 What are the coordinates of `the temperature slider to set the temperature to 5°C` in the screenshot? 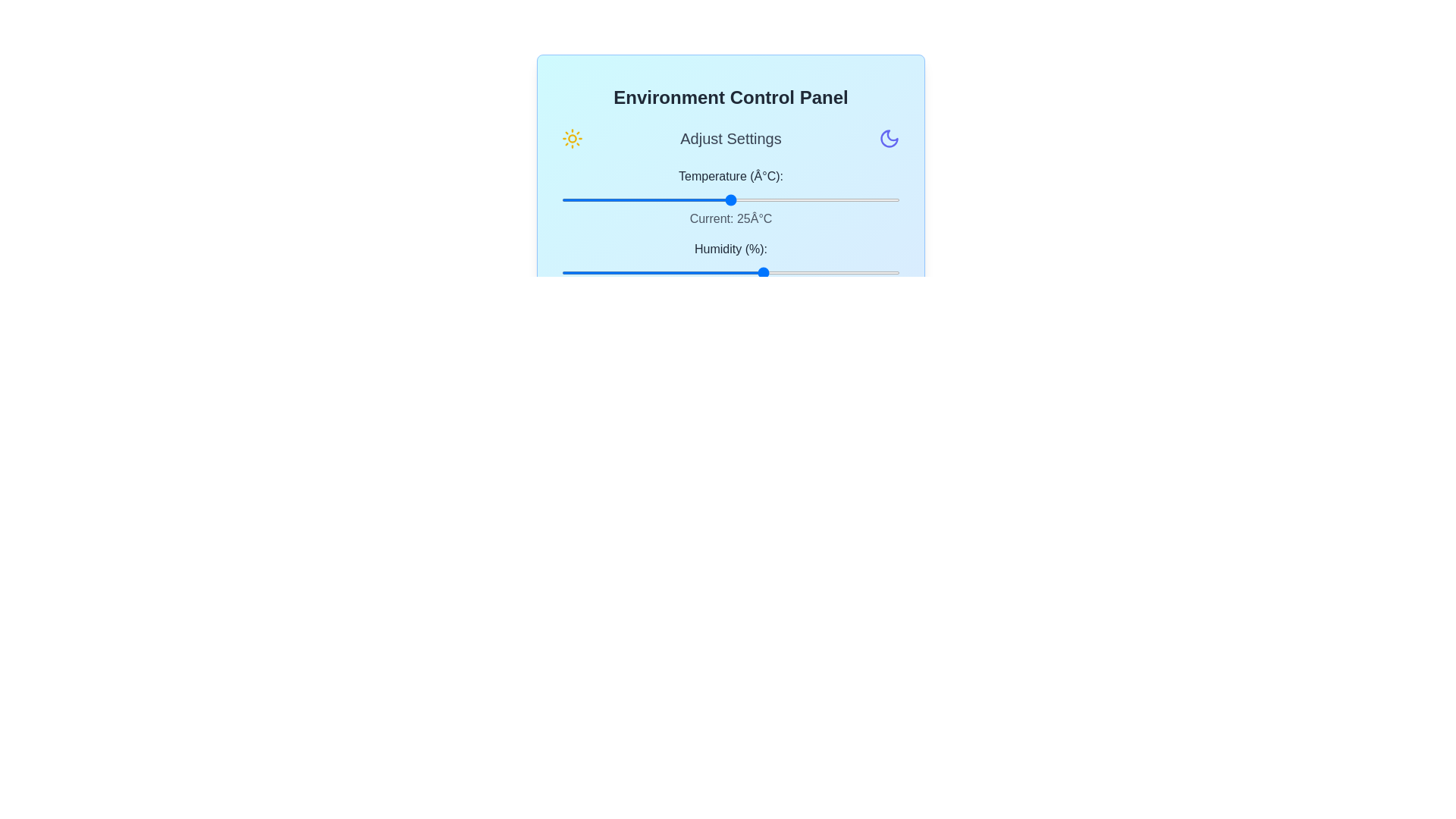 It's located at (595, 199).